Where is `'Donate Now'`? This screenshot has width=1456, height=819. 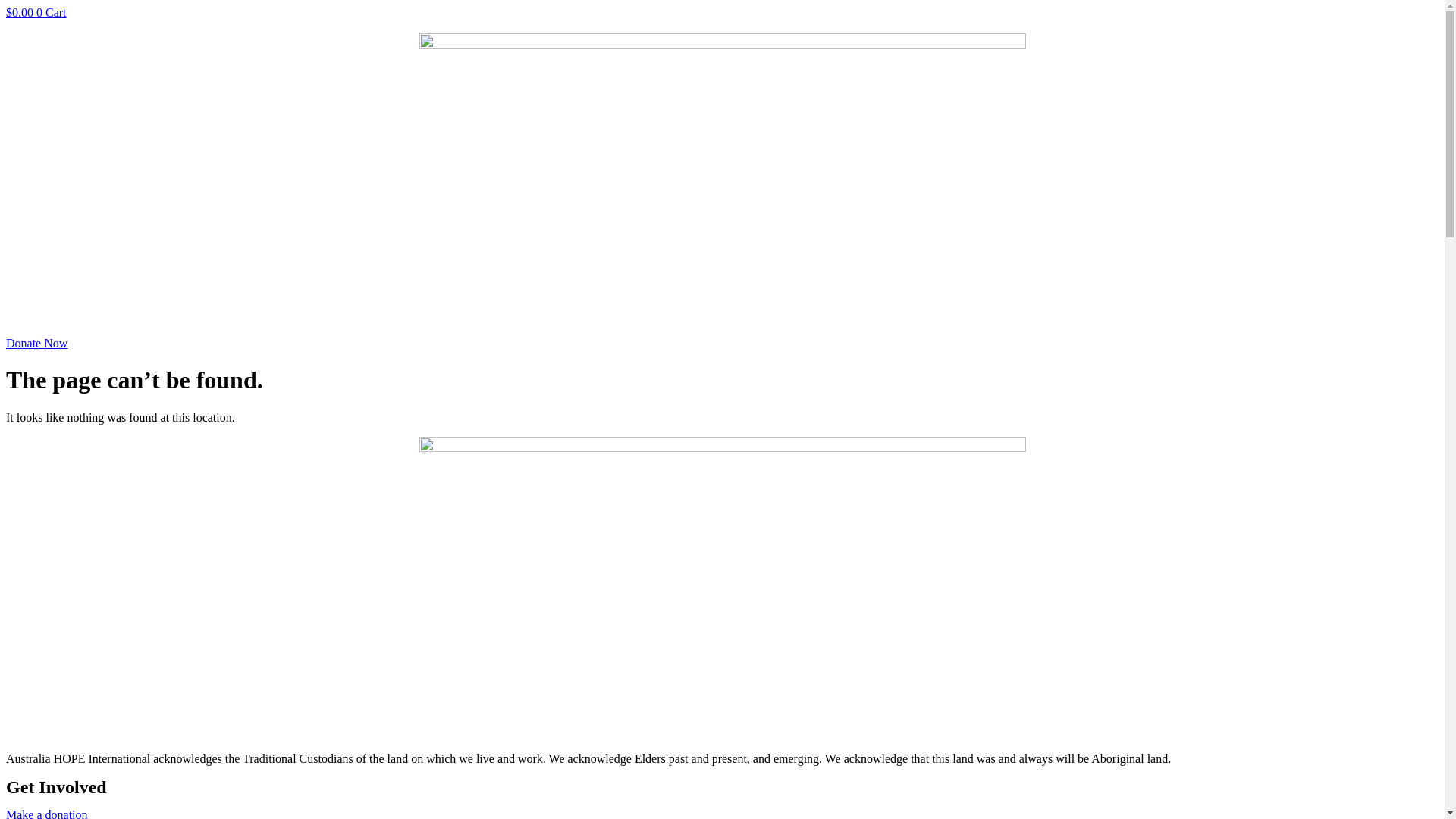
'Donate Now' is located at coordinates (36, 343).